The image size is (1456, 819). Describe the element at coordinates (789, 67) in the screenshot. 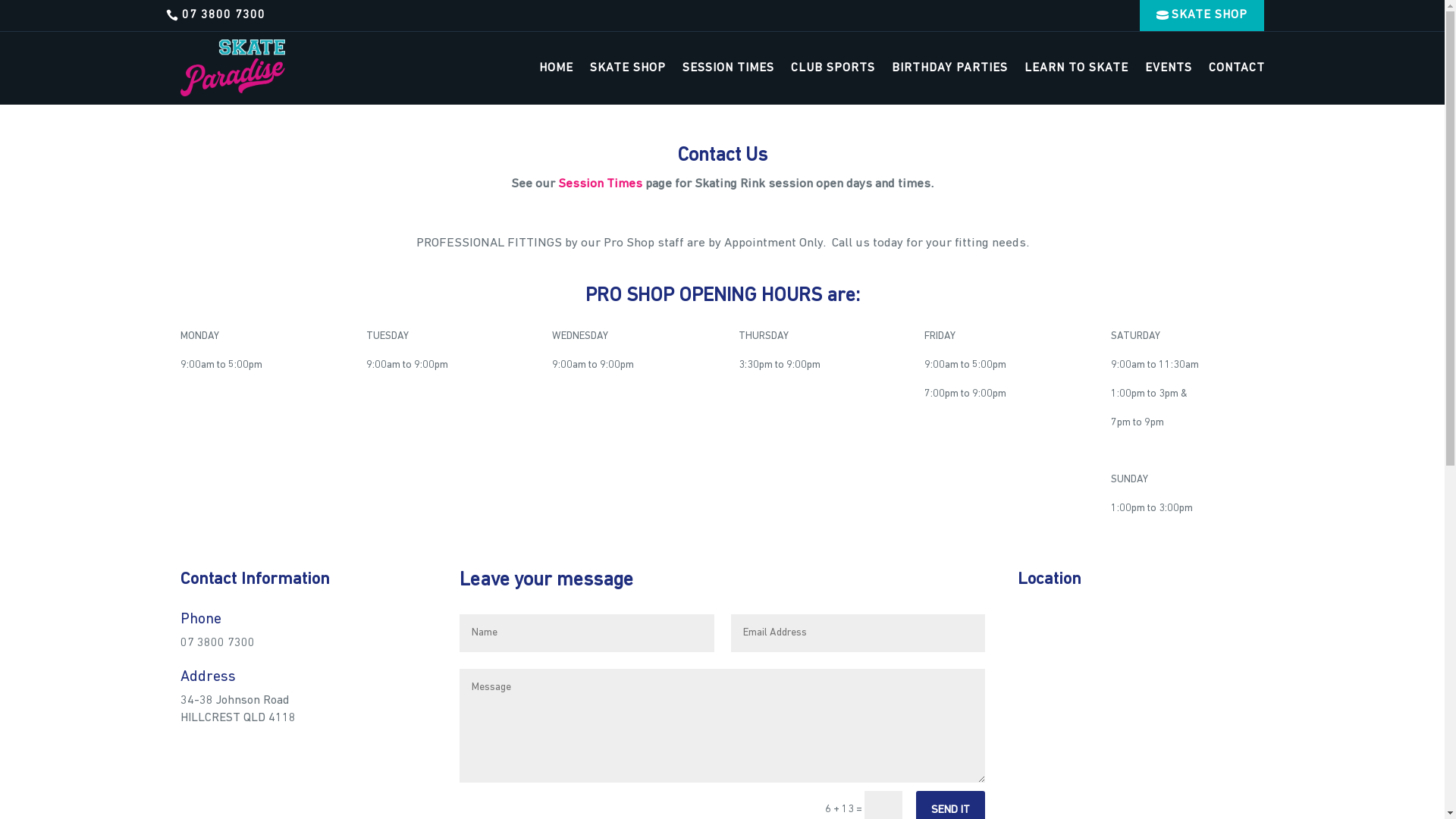

I see `'CLUB SPORTS'` at that location.